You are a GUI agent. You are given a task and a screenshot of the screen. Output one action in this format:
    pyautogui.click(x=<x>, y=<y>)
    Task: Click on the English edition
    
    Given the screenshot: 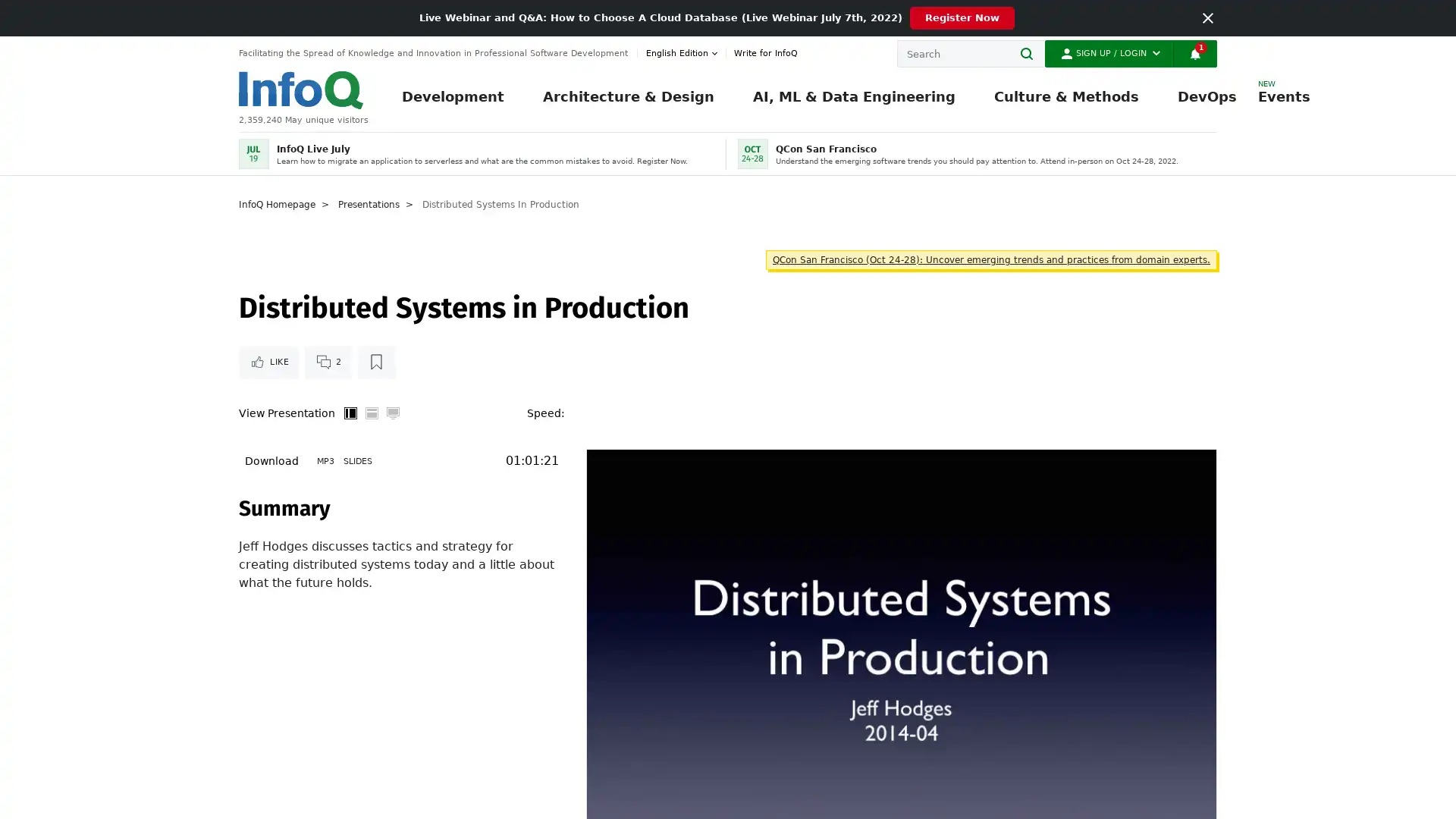 What is the action you would take?
    pyautogui.click(x=683, y=52)
    